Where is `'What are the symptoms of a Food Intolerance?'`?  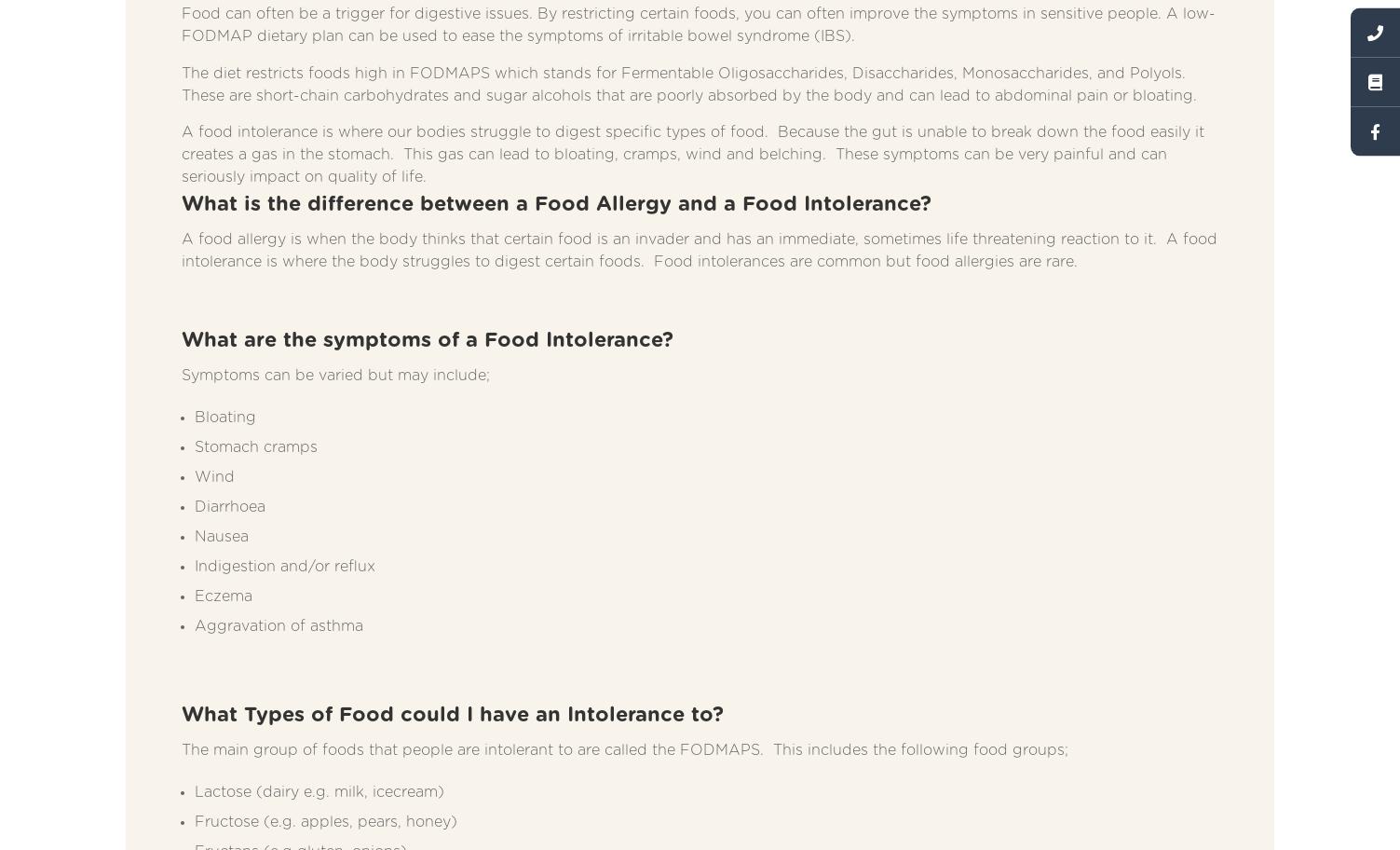
'What are the symptoms of a Food Intolerance?' is located at coordinates (427, 338).